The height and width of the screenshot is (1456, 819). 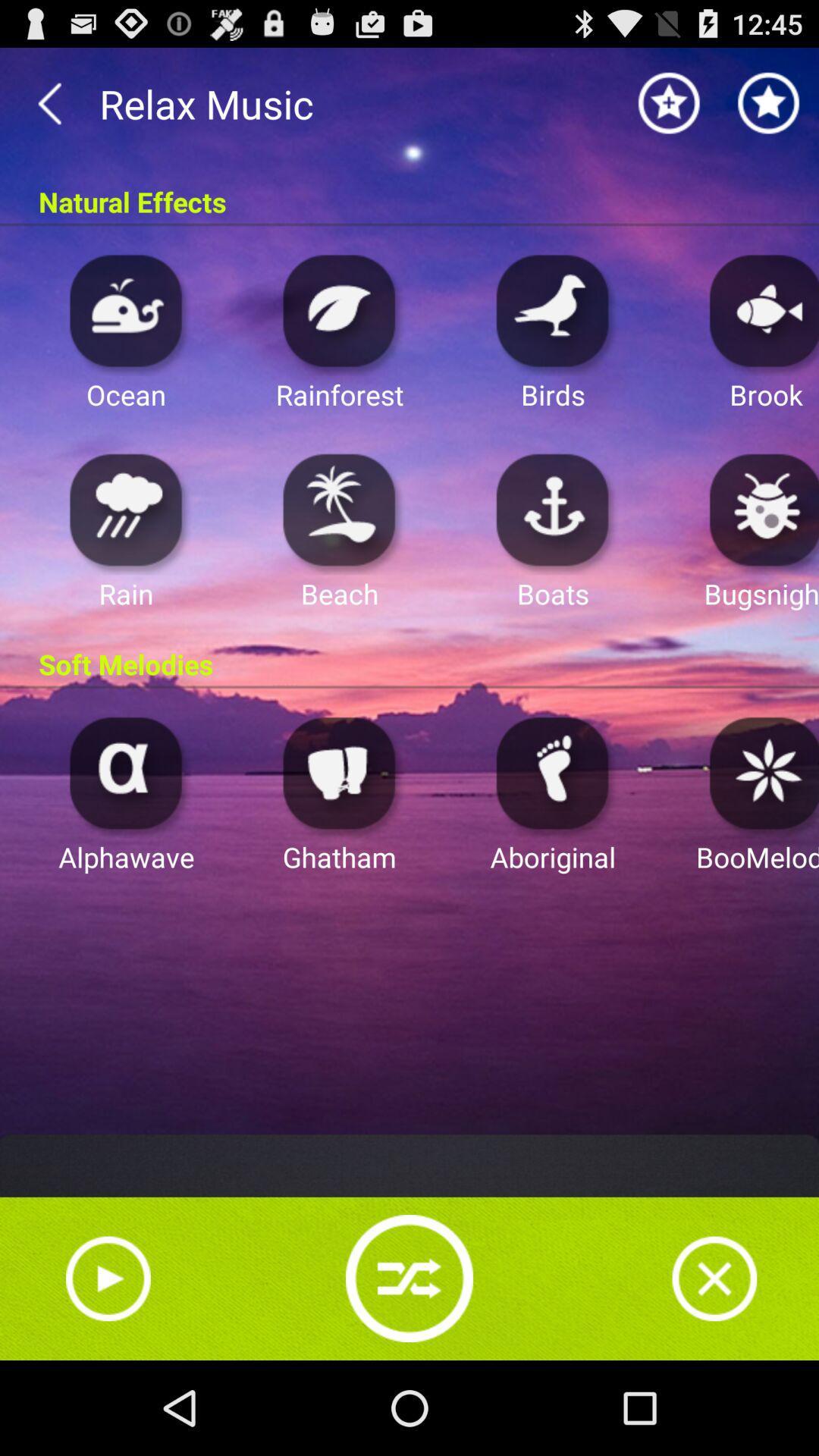 I want to click on the star icon, so click(x=669, y=110).